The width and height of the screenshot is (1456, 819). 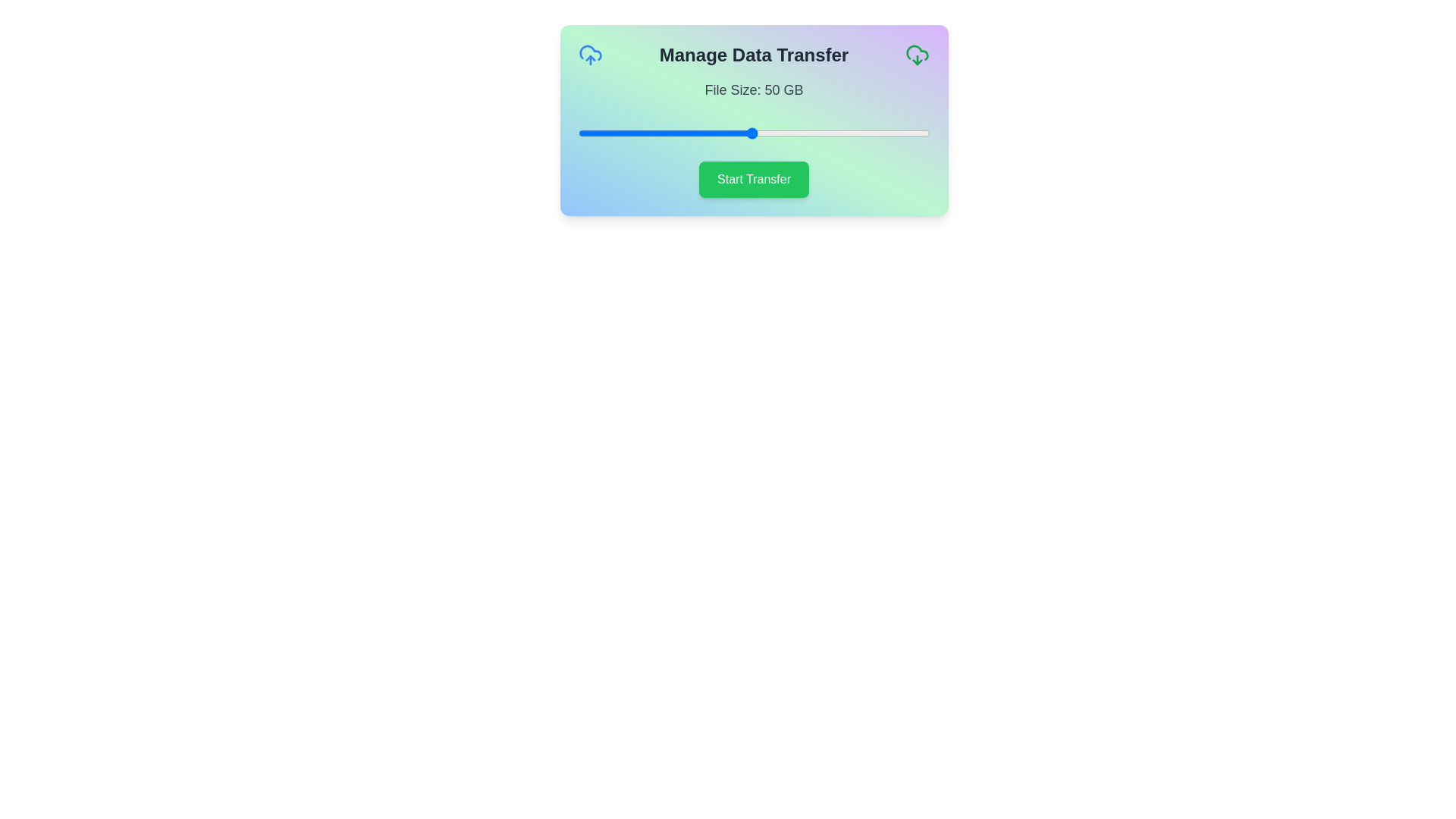 I want to click on the cloud upload icon to simulate an upload-related action, so click(x=589, y=55).